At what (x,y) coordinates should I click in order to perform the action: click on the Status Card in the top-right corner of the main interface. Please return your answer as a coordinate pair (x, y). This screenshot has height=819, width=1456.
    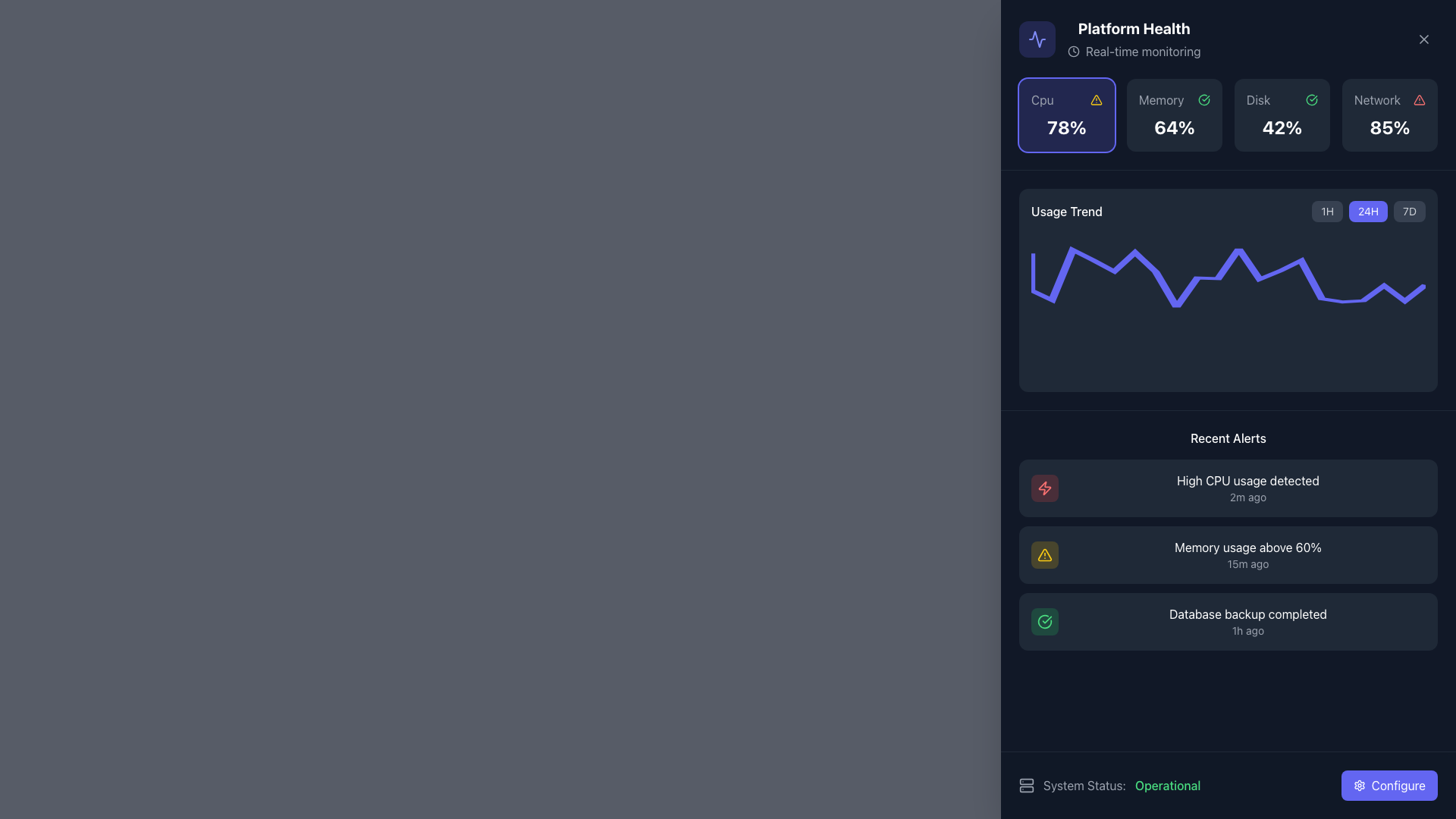
    Looking at the image, I should click on (1390, 114).